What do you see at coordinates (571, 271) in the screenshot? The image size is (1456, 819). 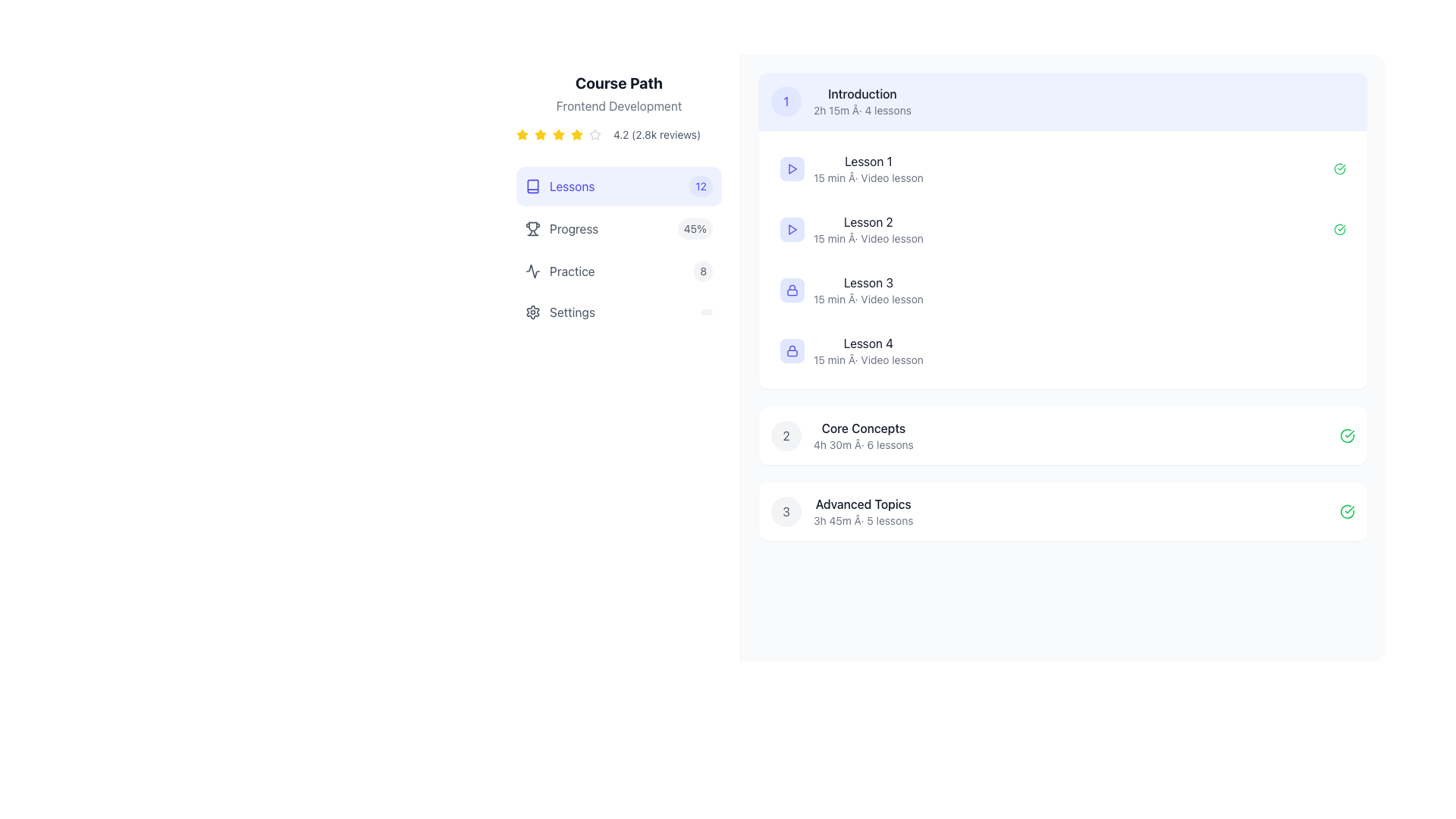 I see `the 'Practice' text label in the menu navigation` at bounding box center [571, 271].